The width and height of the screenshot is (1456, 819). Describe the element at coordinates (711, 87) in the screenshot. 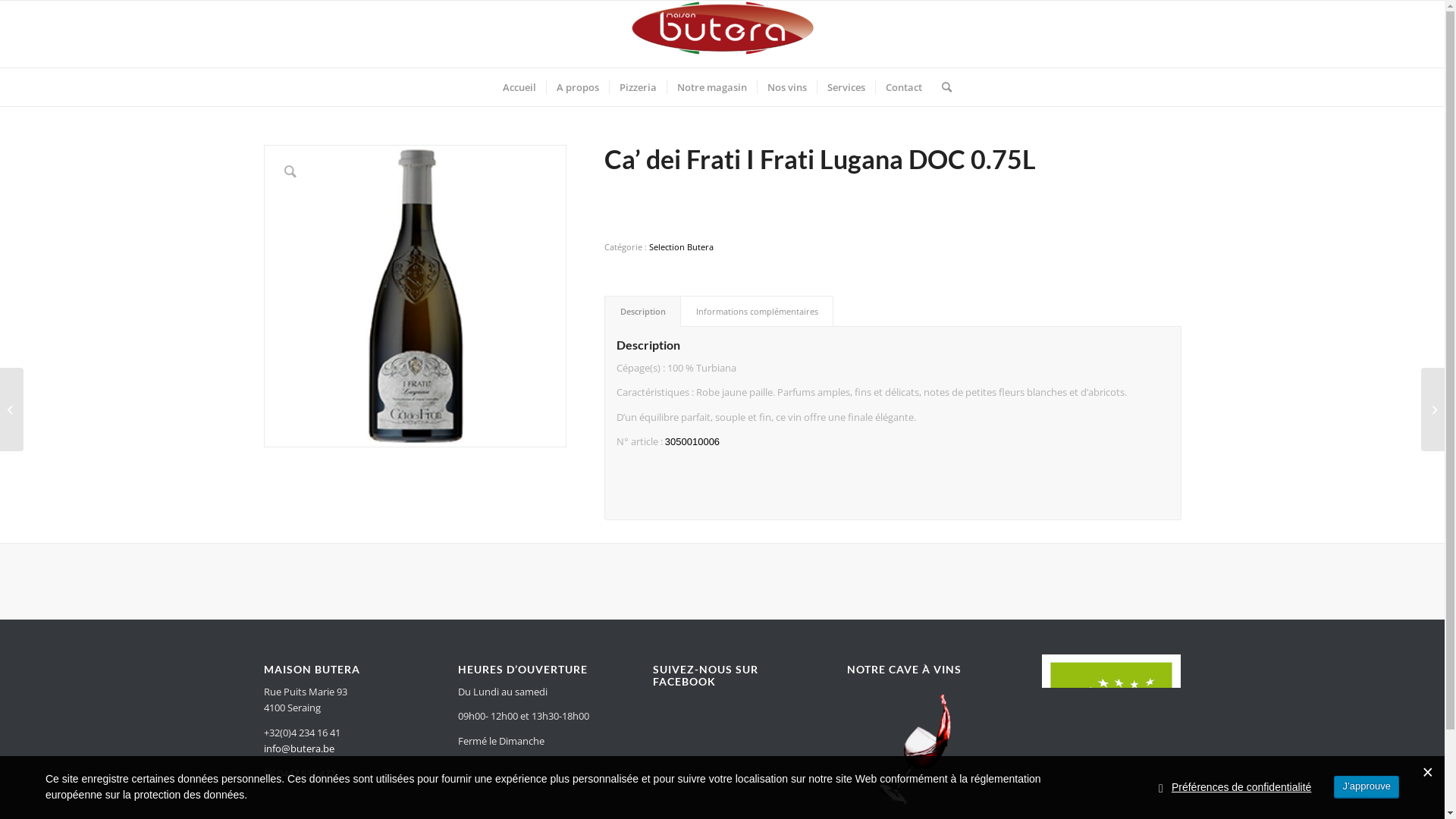

I see `'Notre magasin'` at that location.